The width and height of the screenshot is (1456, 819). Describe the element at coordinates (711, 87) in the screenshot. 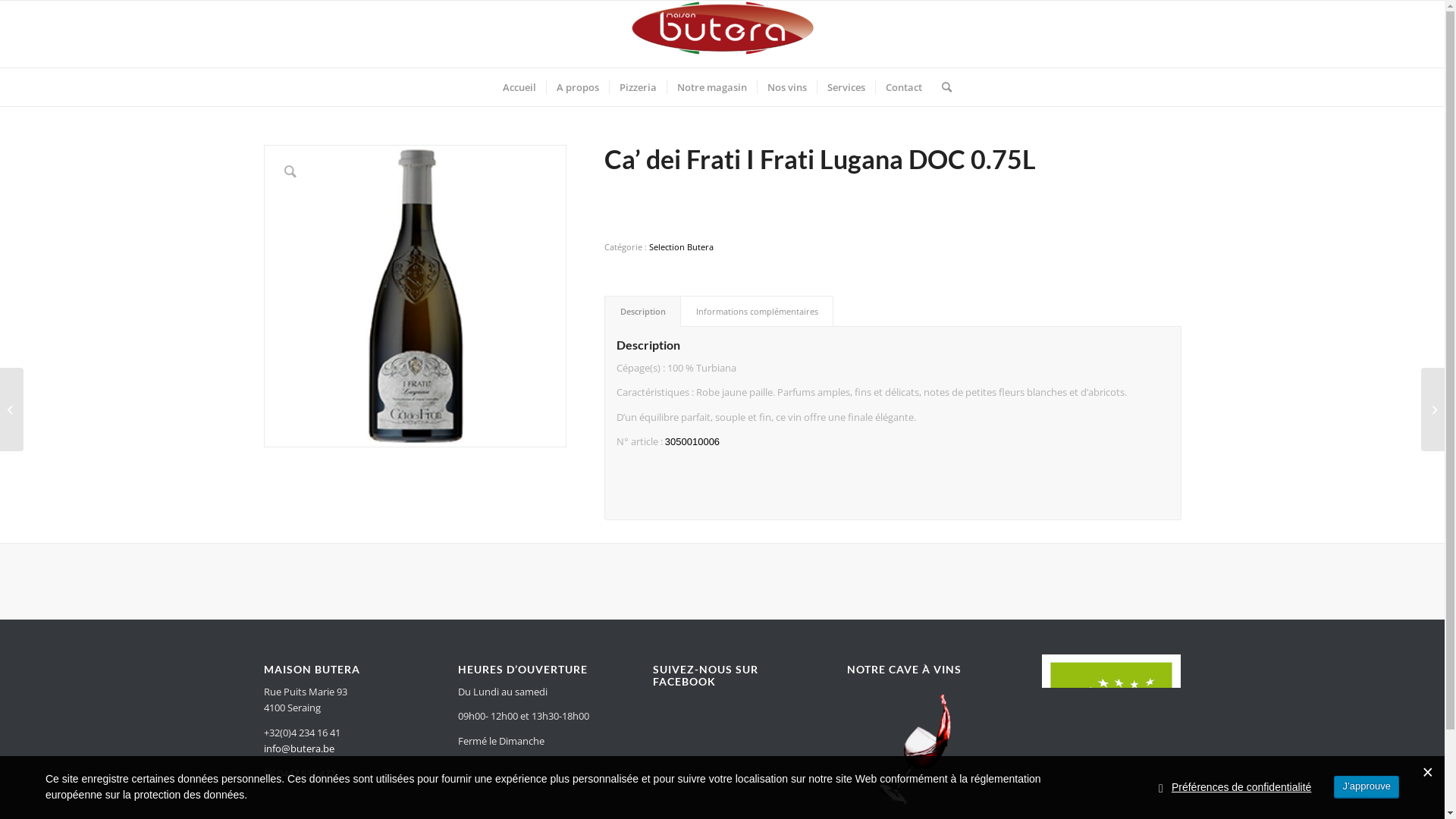

I see `'Notre magasin'` at that location.